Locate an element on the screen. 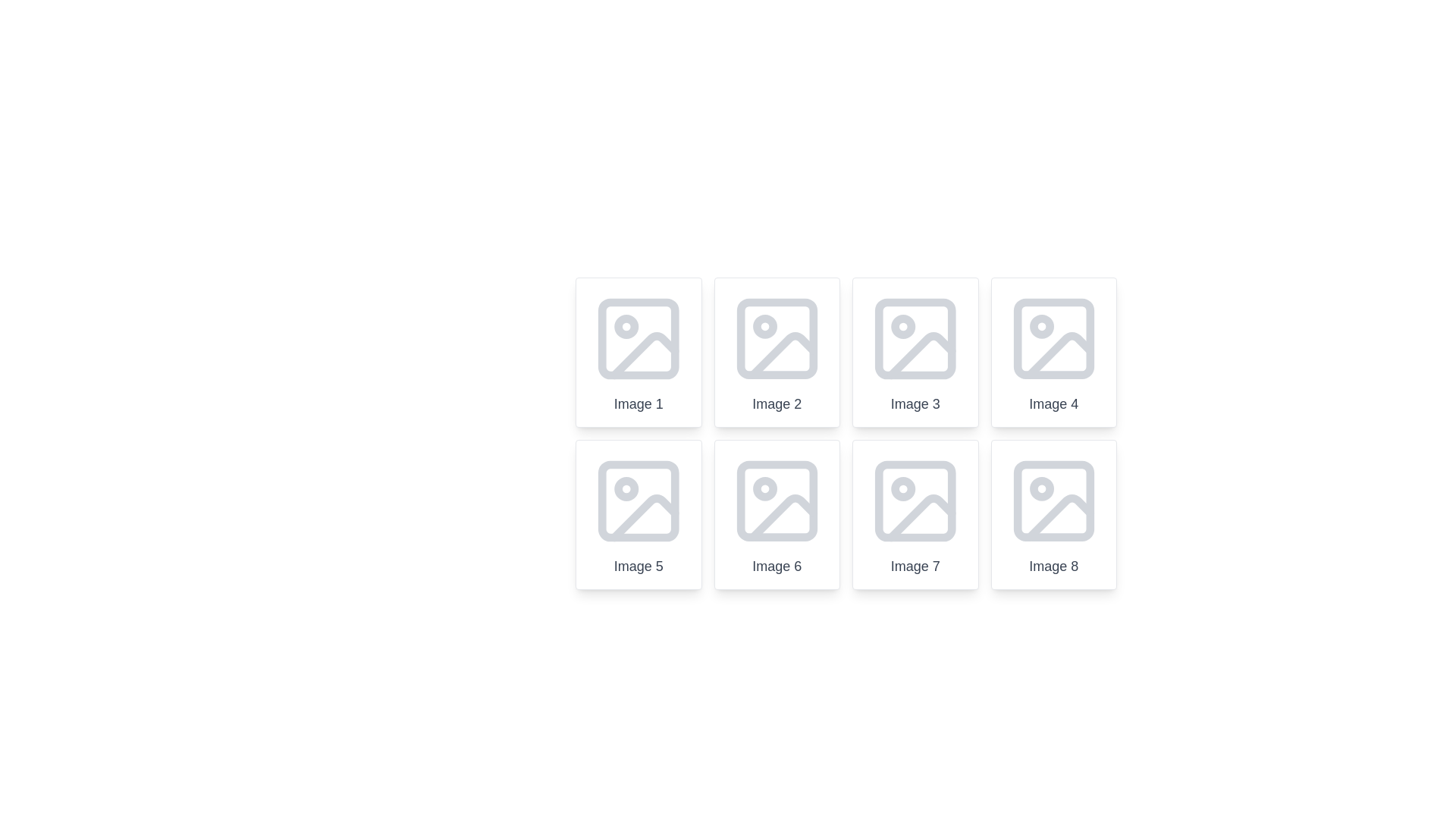 Image resolution: width=1456 pixels, height=819 pixels. the small light gray rectangle with rounded corners located in the image placeholder labeled 'Image 7', which is positioned in the second row, third column of the grid layout is located at coordinates (915, 500).